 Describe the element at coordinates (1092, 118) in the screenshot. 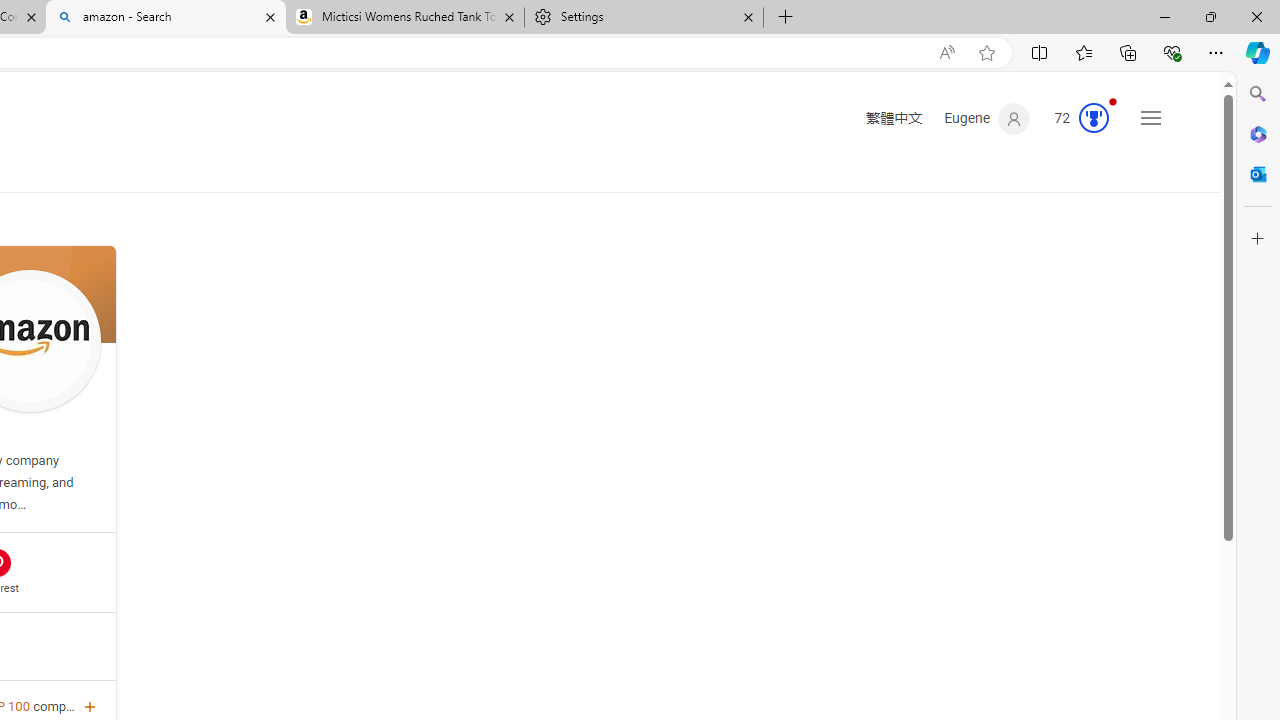

I see `'AutomationID: rh_meter'` at that location.